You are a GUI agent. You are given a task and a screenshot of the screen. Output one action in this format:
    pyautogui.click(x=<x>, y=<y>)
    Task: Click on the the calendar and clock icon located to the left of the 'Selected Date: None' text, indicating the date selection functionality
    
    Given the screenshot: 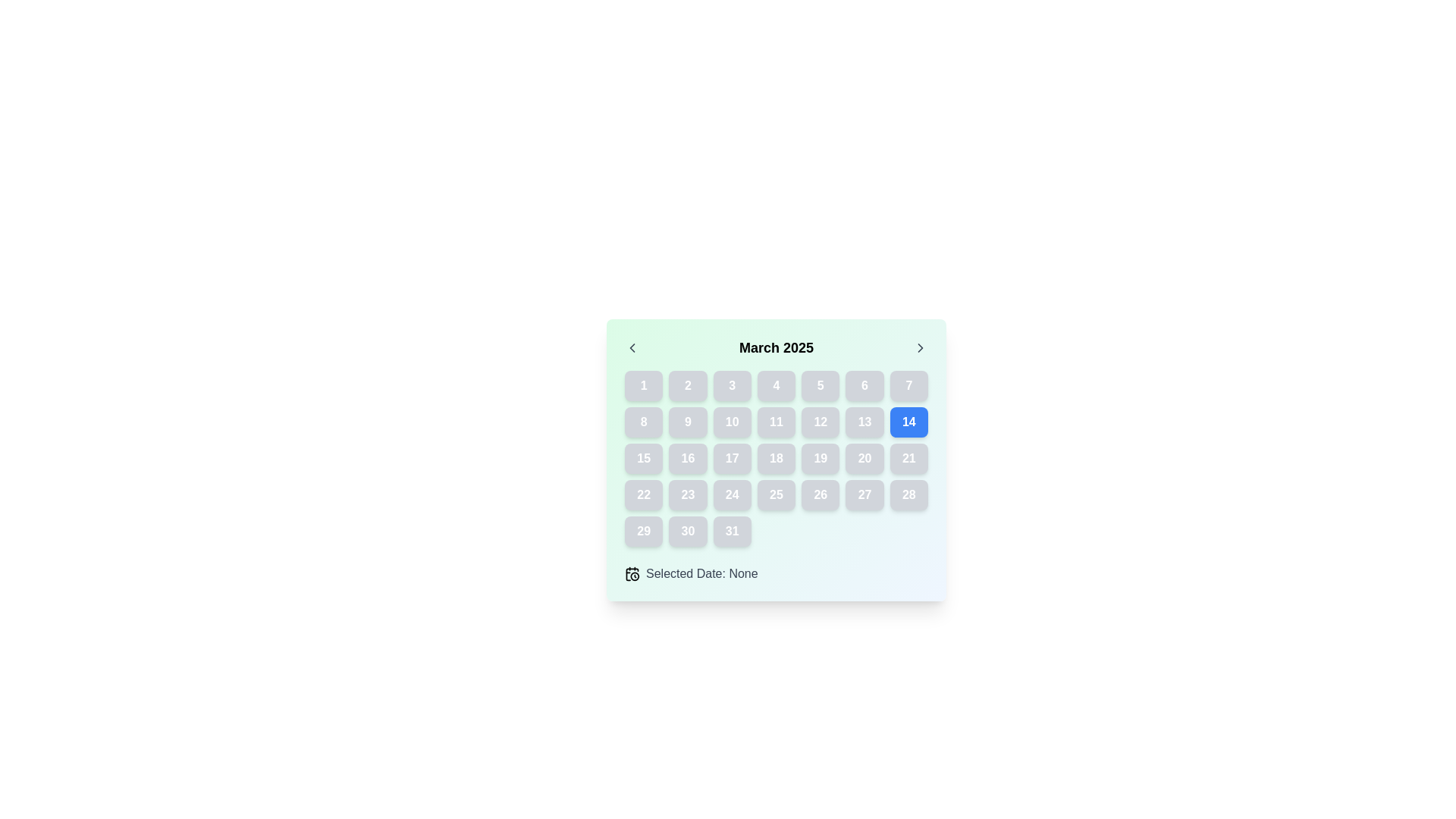 What is the action you would take?
    pyautogui.click(x=632, y=573)
    